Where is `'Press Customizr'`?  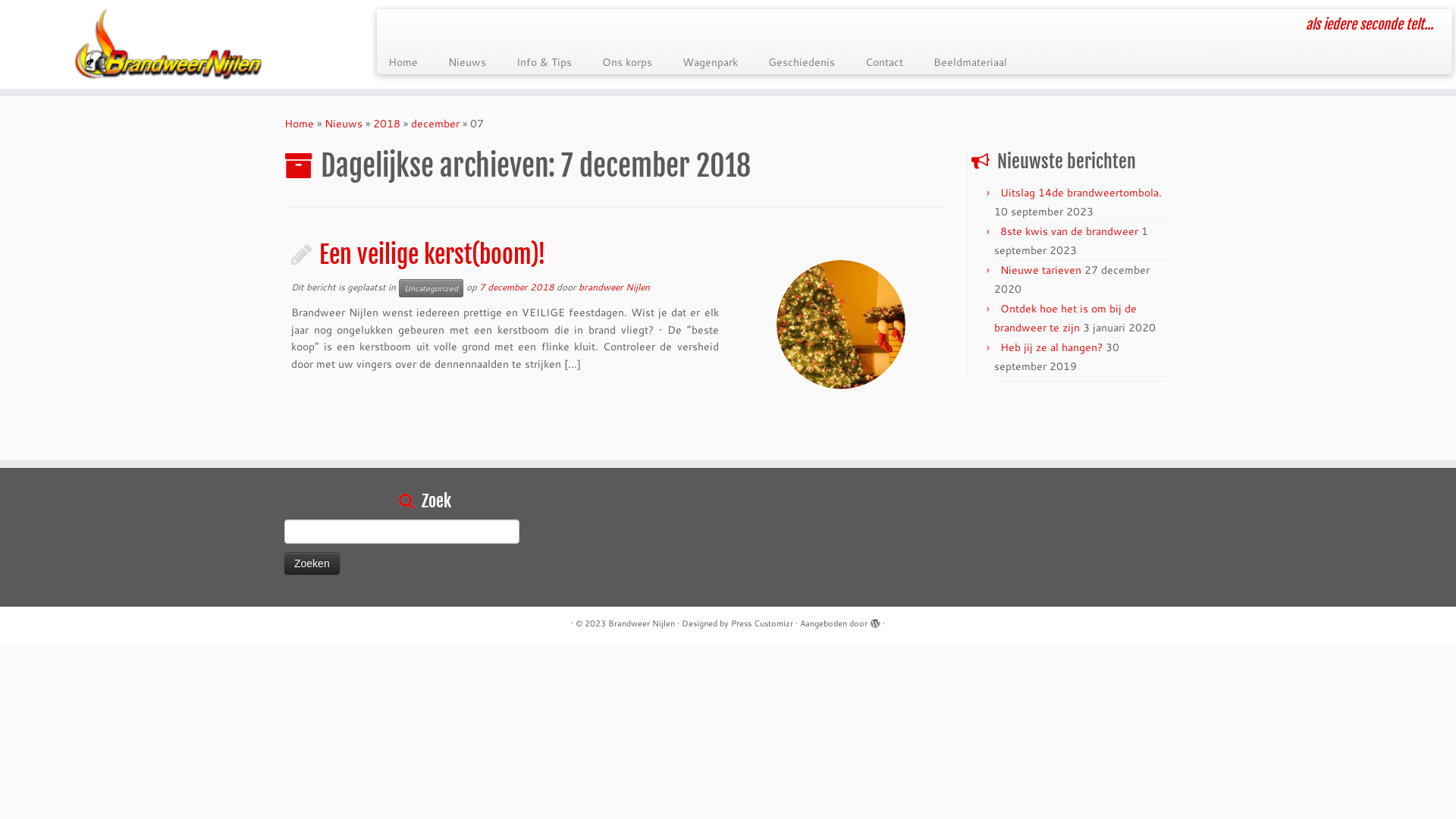 'Press Customizr' is located at coordinates (761, 623).